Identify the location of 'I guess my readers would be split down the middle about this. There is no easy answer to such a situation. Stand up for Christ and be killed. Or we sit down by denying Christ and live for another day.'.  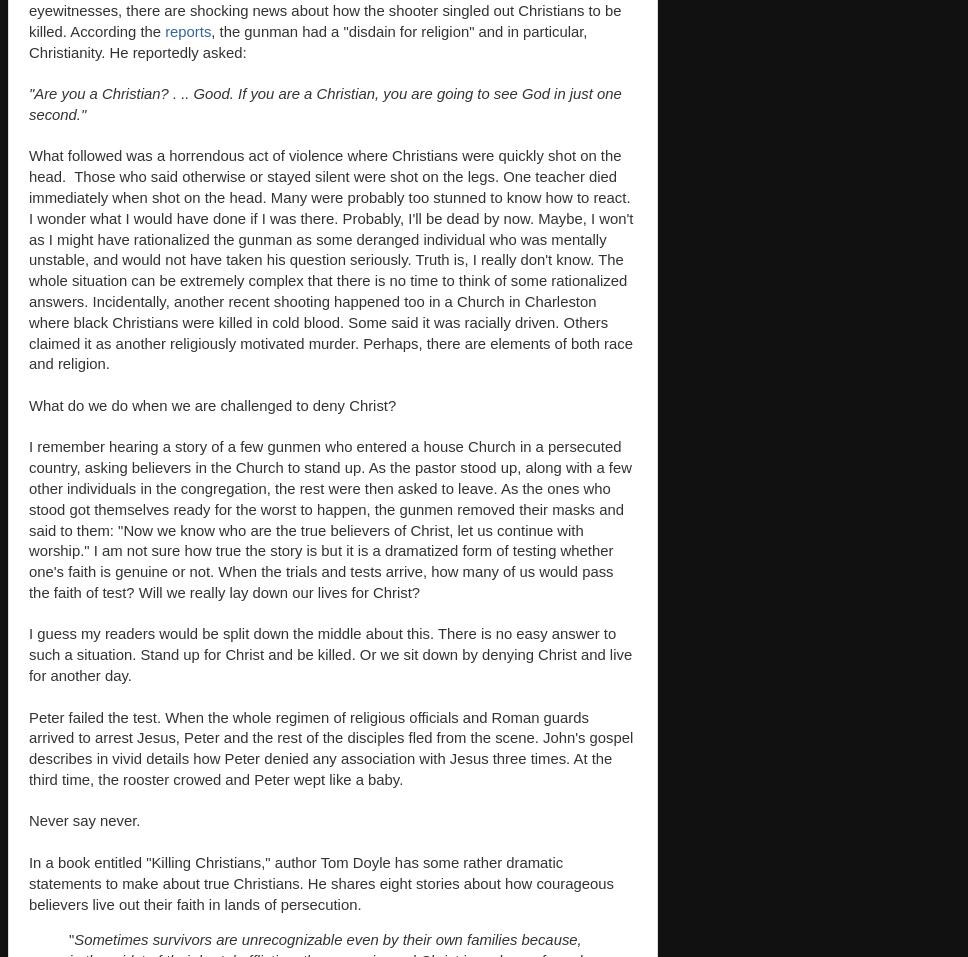
(330, 653).